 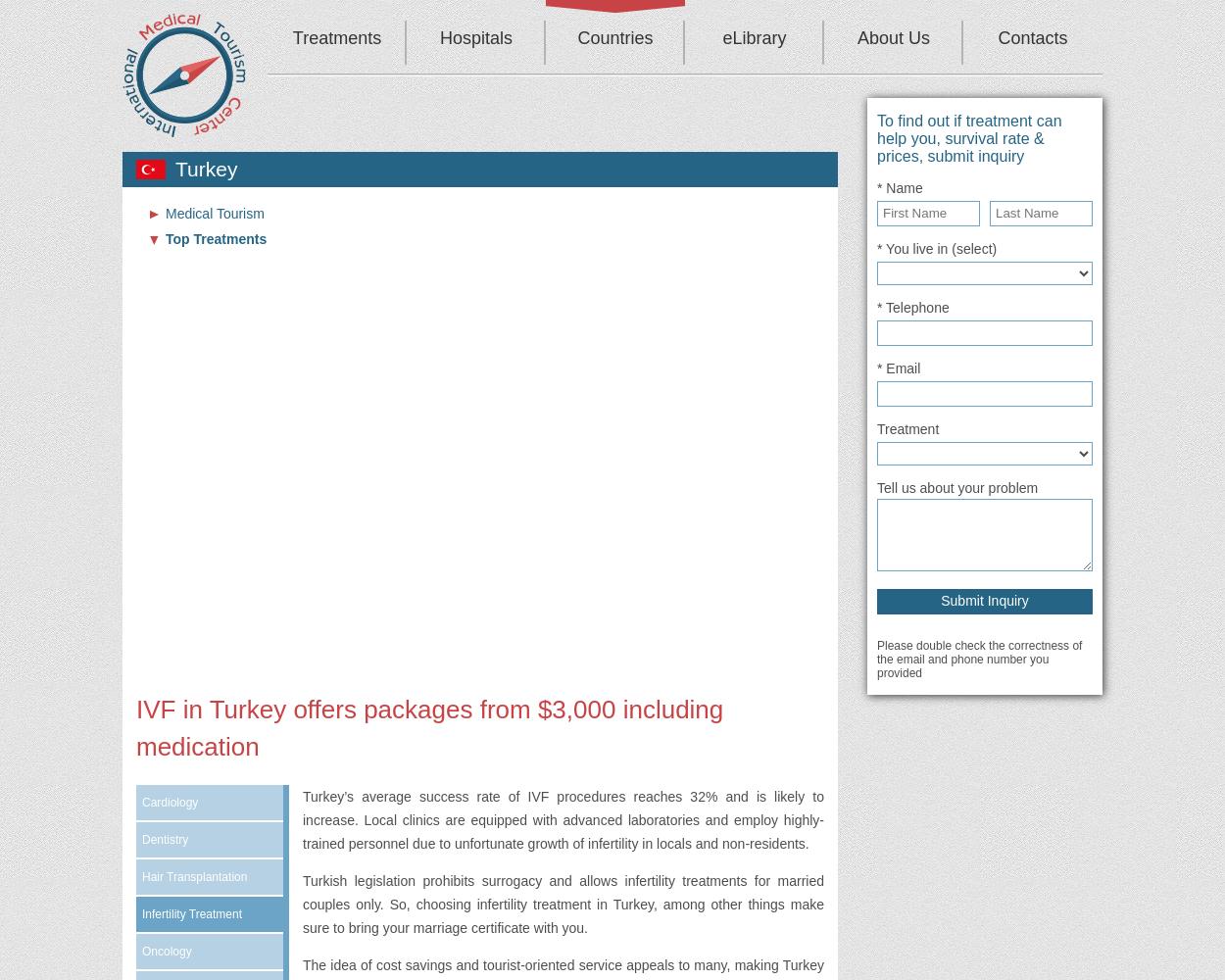 I want to click on 'Oncology', so click(x=167, y=951).